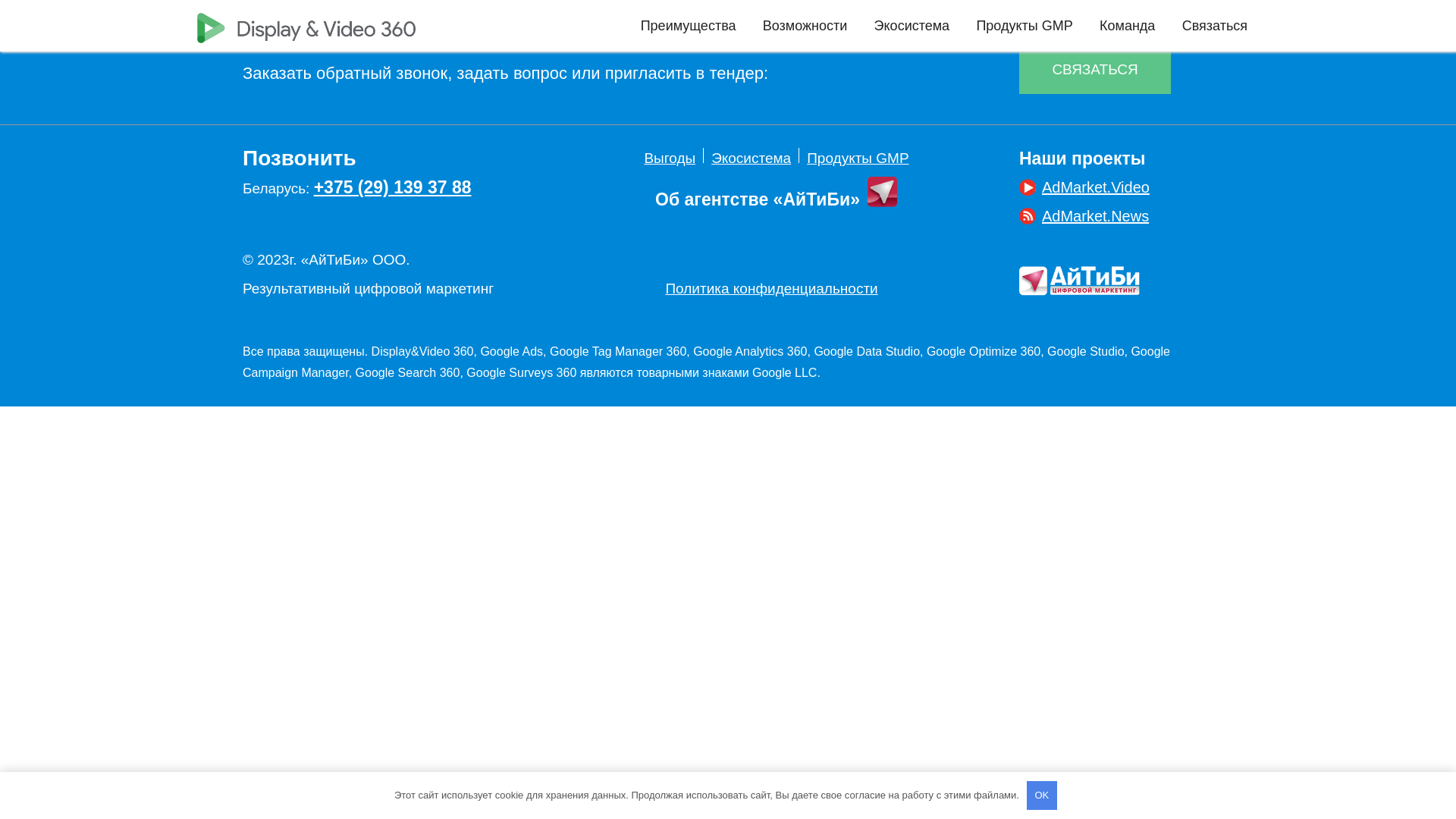  I want to click on 'AdMarket.Video', so click(1019, 186).